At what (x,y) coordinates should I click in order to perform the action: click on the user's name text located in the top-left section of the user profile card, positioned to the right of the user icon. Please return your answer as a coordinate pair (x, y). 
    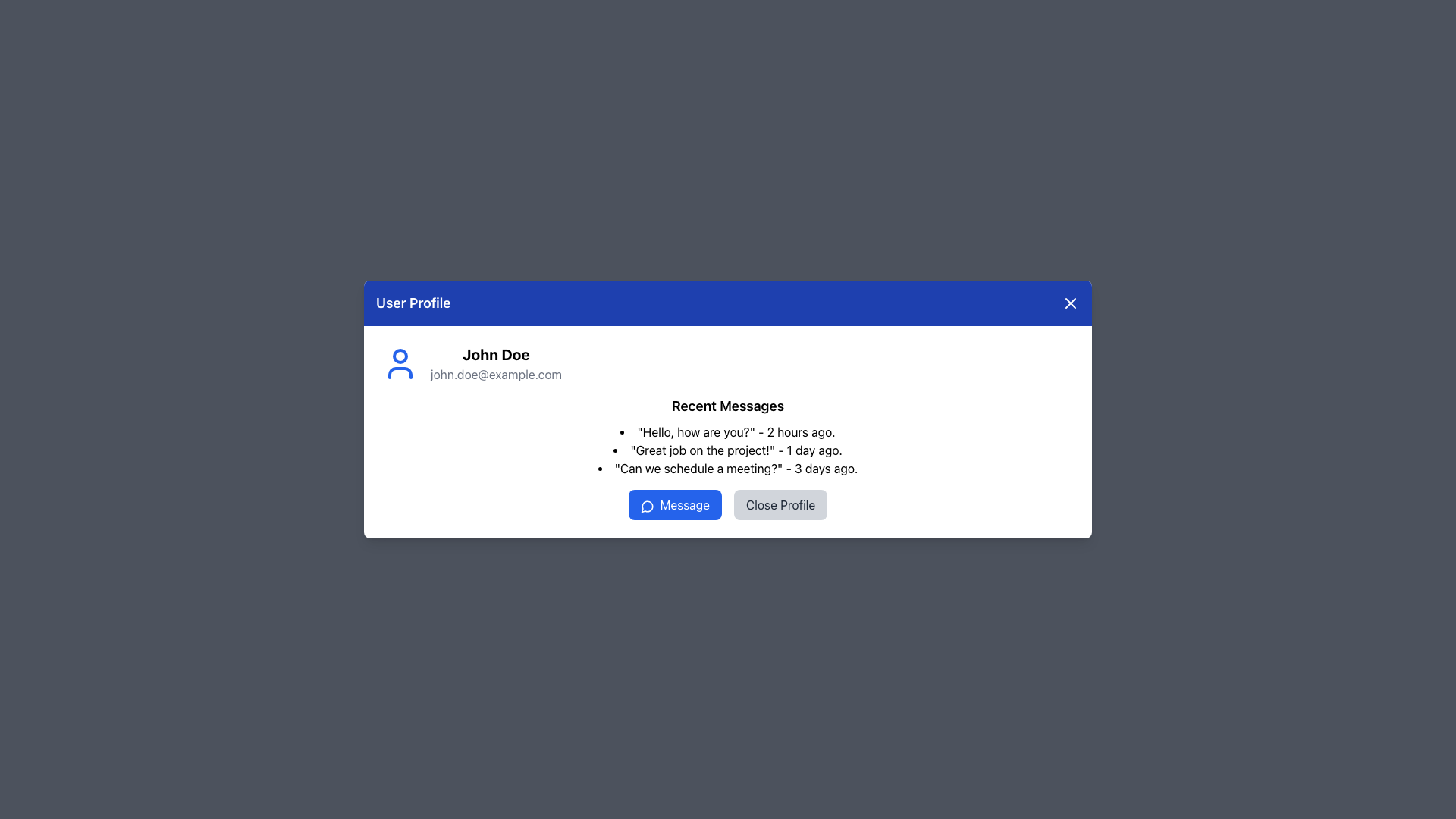
    Looking at the image, I should click on (496, 354).